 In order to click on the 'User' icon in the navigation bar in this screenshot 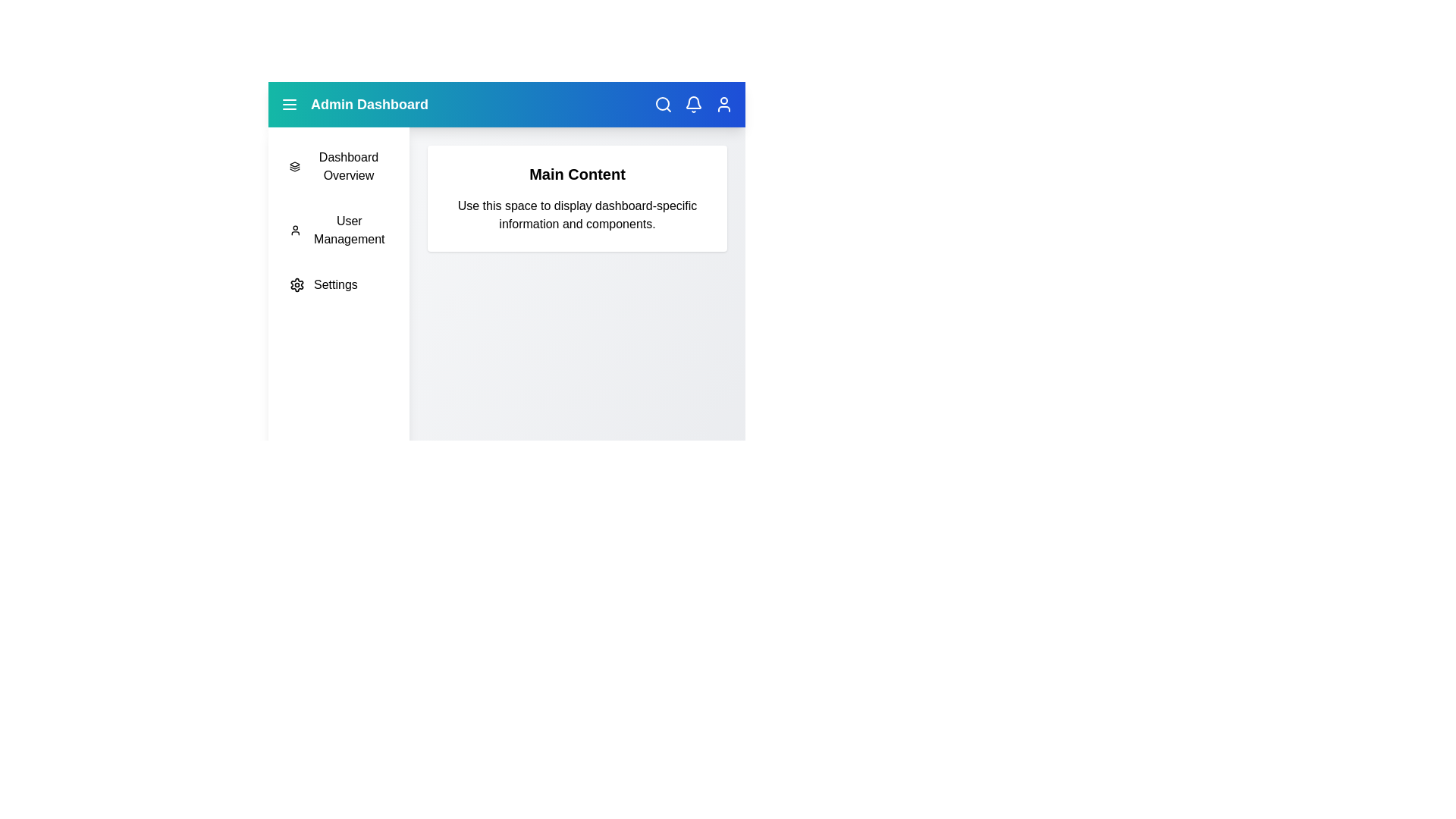, I will do `click(723, 104)`.